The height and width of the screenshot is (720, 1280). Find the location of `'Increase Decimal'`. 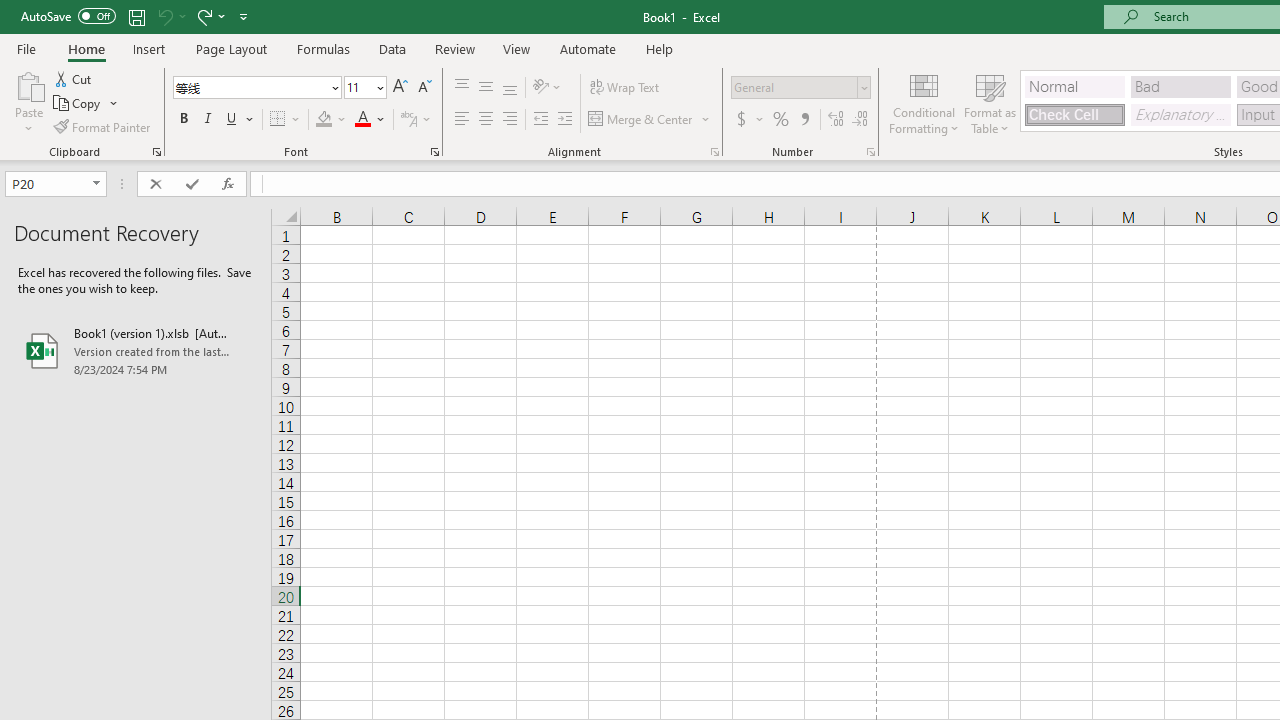

'Increase Decimal' is located at coordinates (836, 119).